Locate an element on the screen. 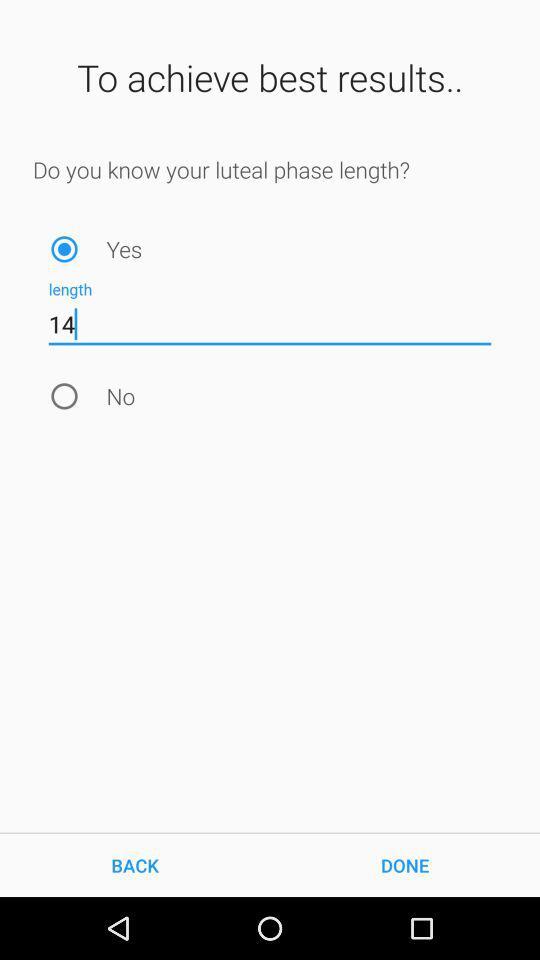 This screenshot has height=960, width=540. item to the left of the yes icon is located at coordinates (64, 248).